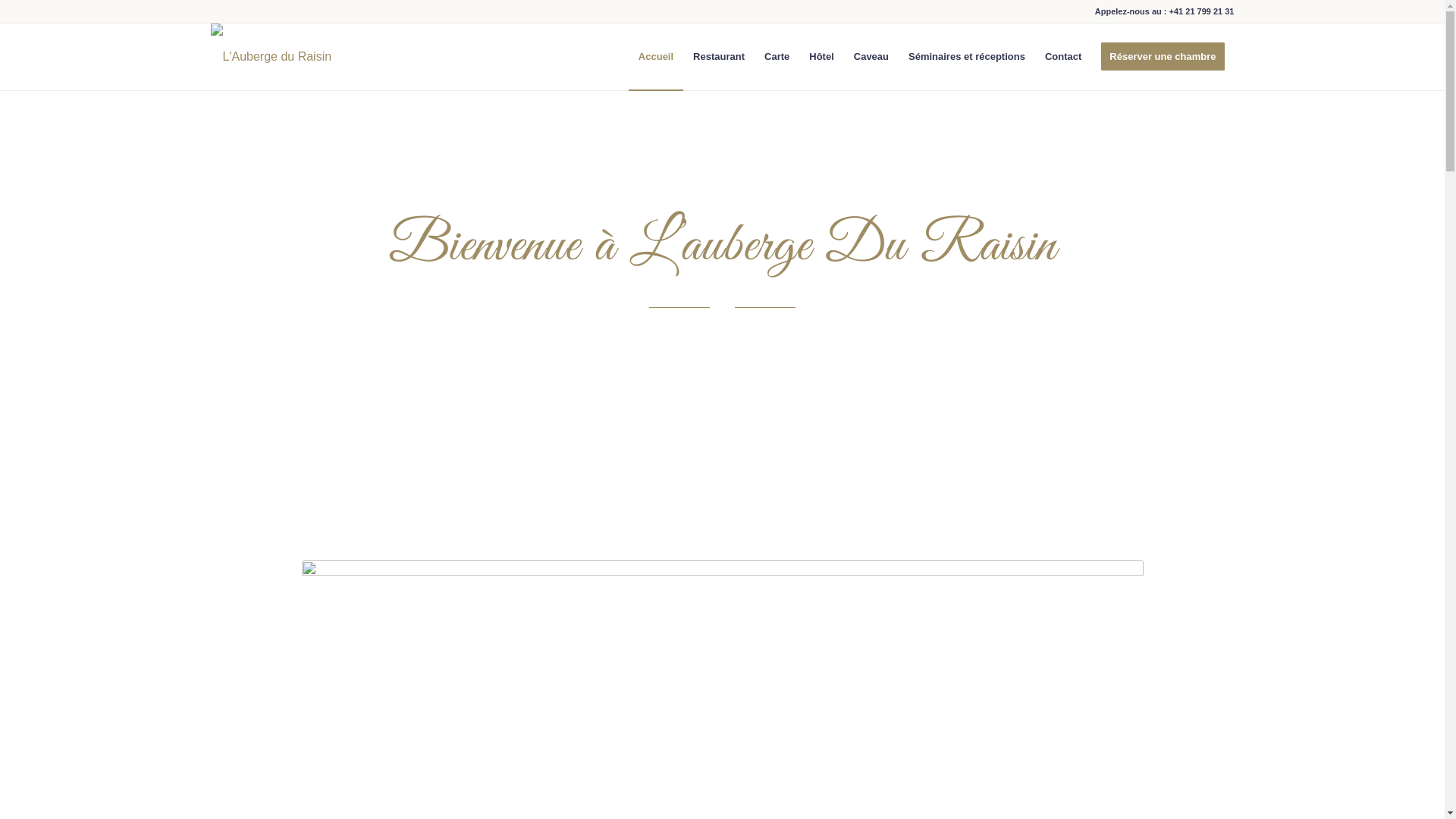 This screenshot has height=819, width=1456. What do you see at coordinates (718, 55) in the screenshot?
I see `'Restaurant'` at bounding box center [718, 55].